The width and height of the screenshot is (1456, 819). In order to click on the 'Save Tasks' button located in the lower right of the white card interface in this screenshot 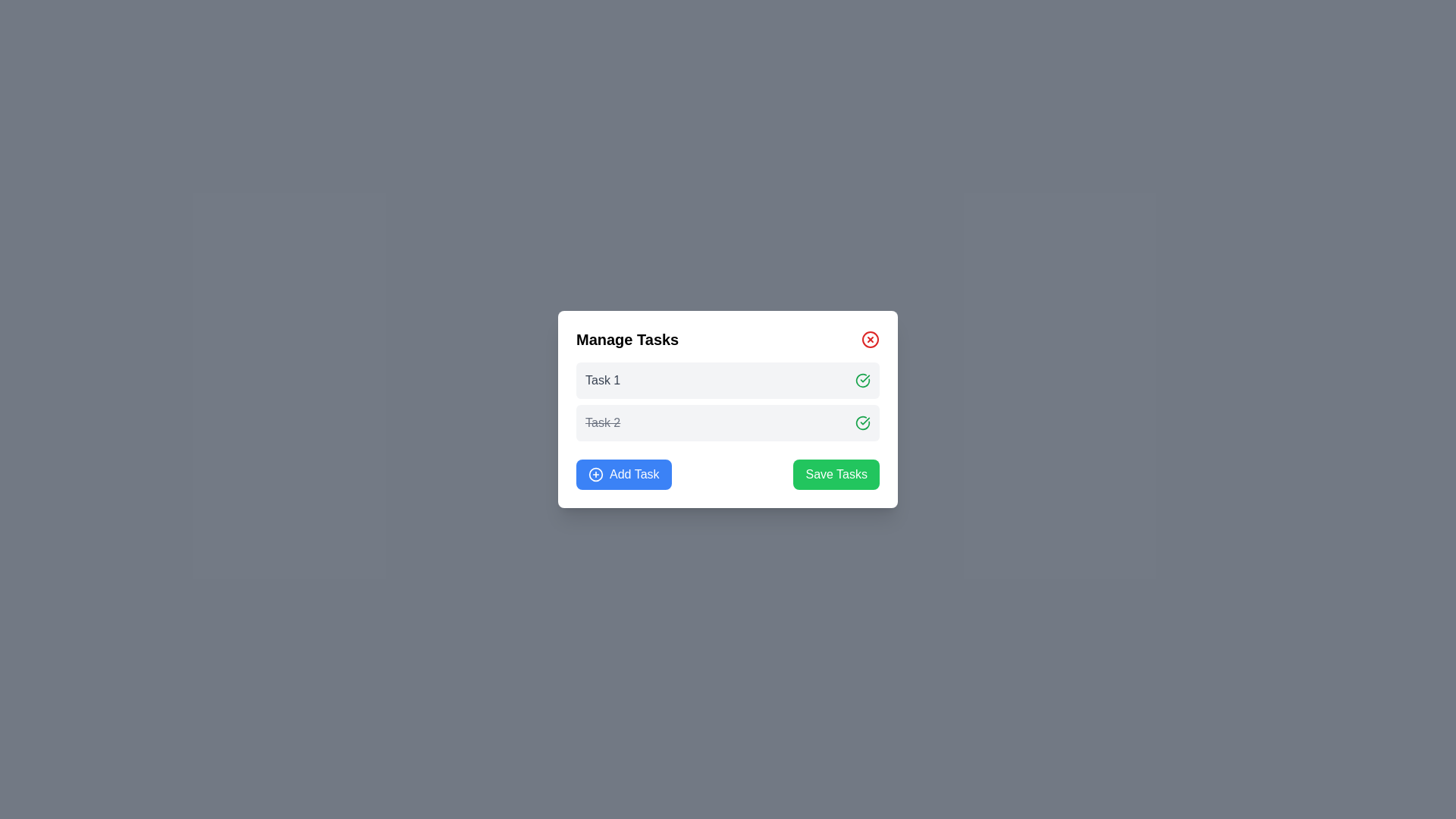, I will do `click(836, 473)`.